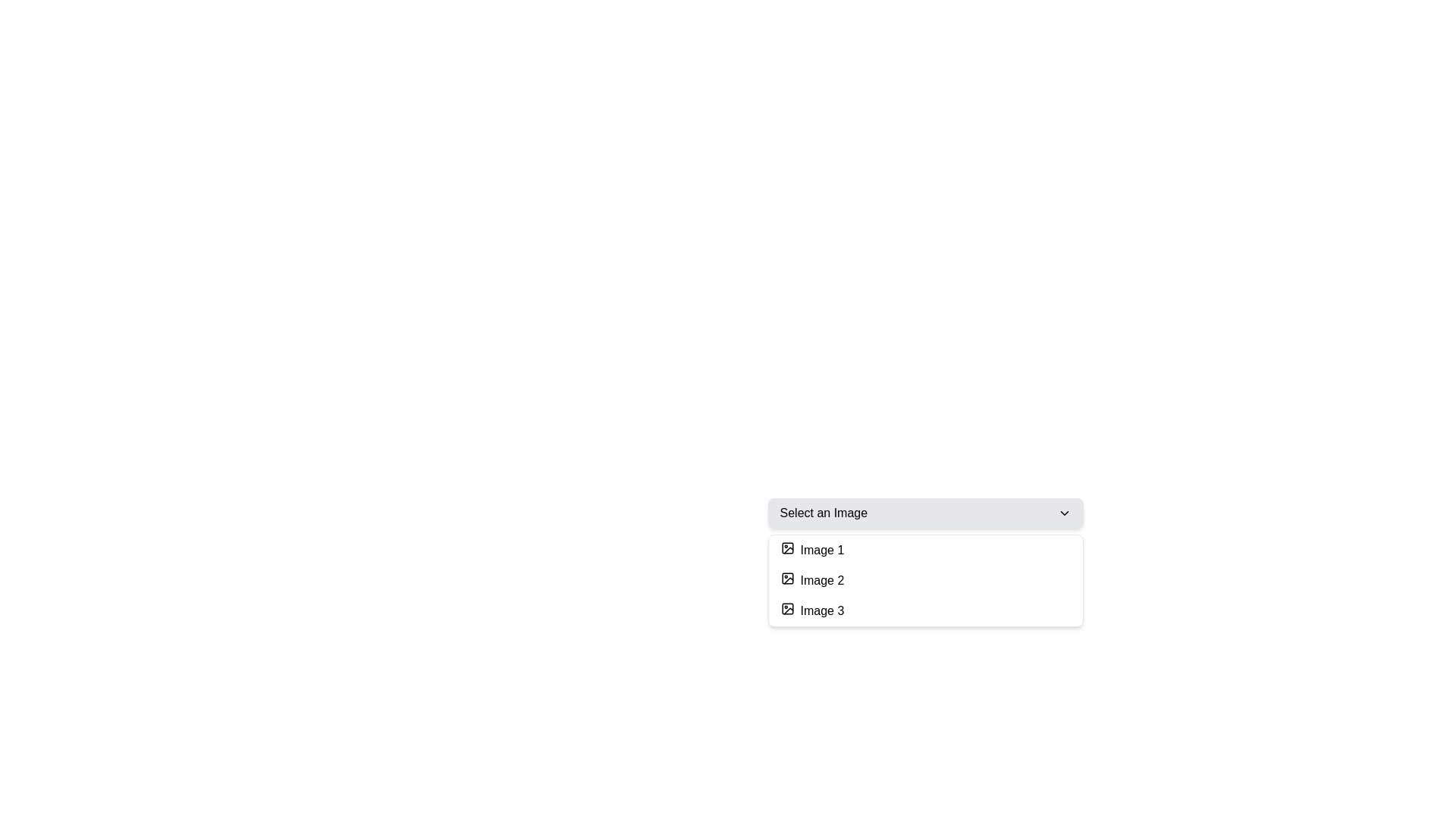 The height and width of the screenshot is (819, 1456). What do you see at coordinates (924, 513) in the screenshot?
I see `the dropdown button located centrally near the bottom of the interface` at bounding box center [924, 513].